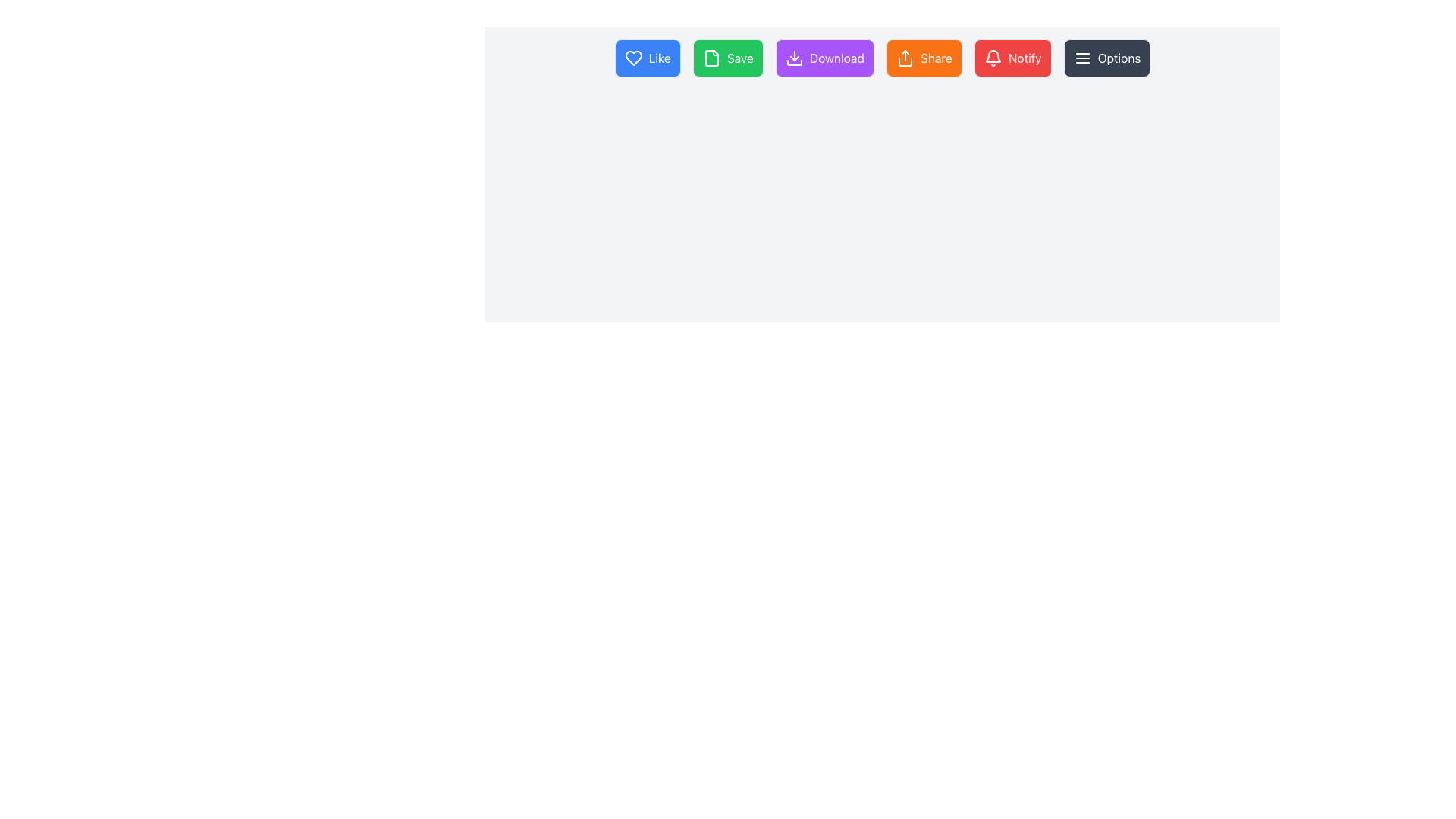  I want to click on the save button, positioned as the second button from the left, to change its color to a darker green, so click(728, 58).